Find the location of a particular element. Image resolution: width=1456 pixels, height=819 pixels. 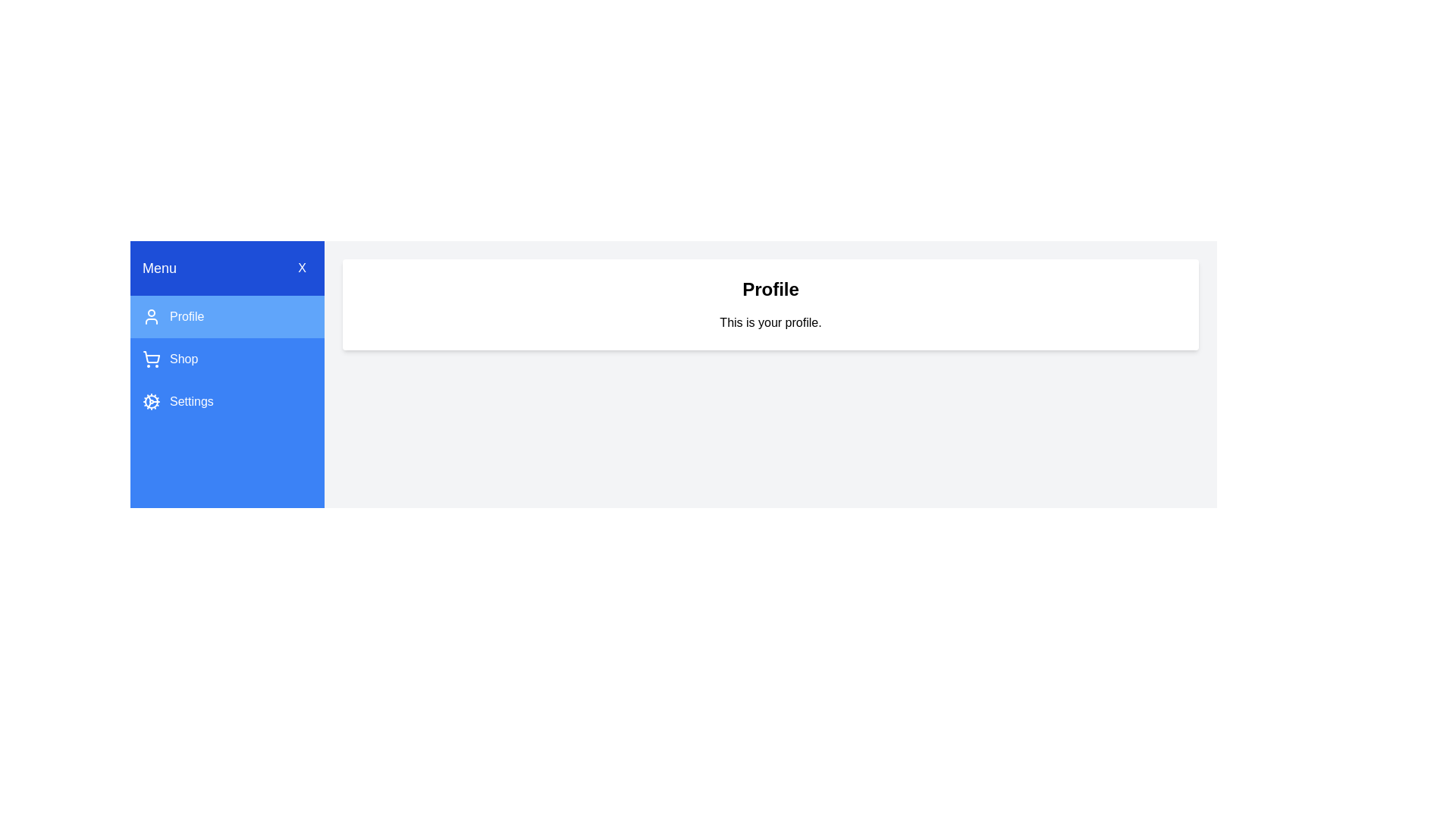

the 'X' button to close the drawer is located at coordinates (302, 268).